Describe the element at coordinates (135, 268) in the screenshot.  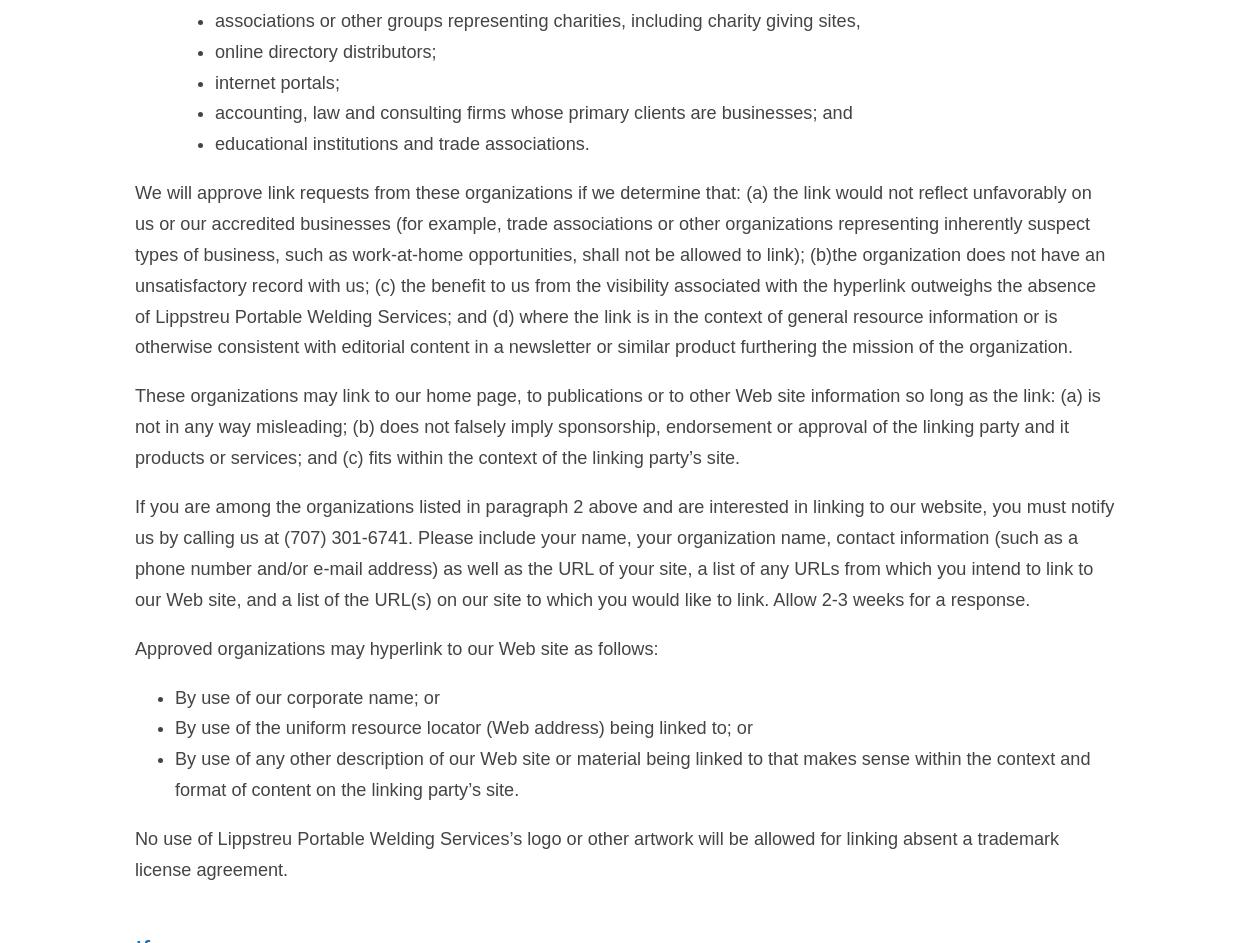
I see `'We will approve link requests from these organizations if we determine that: (a) the link would not reflect unfavorably on us or our accredited businesses (for example, trade associations or other organizations representing inherently suspect types of business, such as work-at-home opportunities, shall not be allowed to link); (b)the organization does not have an unsatisfactory record with us; (c) the benefit to us from the visibility associated with the hyperlink outweighs the absence of Lippstreu Portable Welding Services; and (d) where the link is in the context of general resource information or is otherwise consistent with editorial content in a newsletter or similar product furthering the mission of the organization.'` at that location.